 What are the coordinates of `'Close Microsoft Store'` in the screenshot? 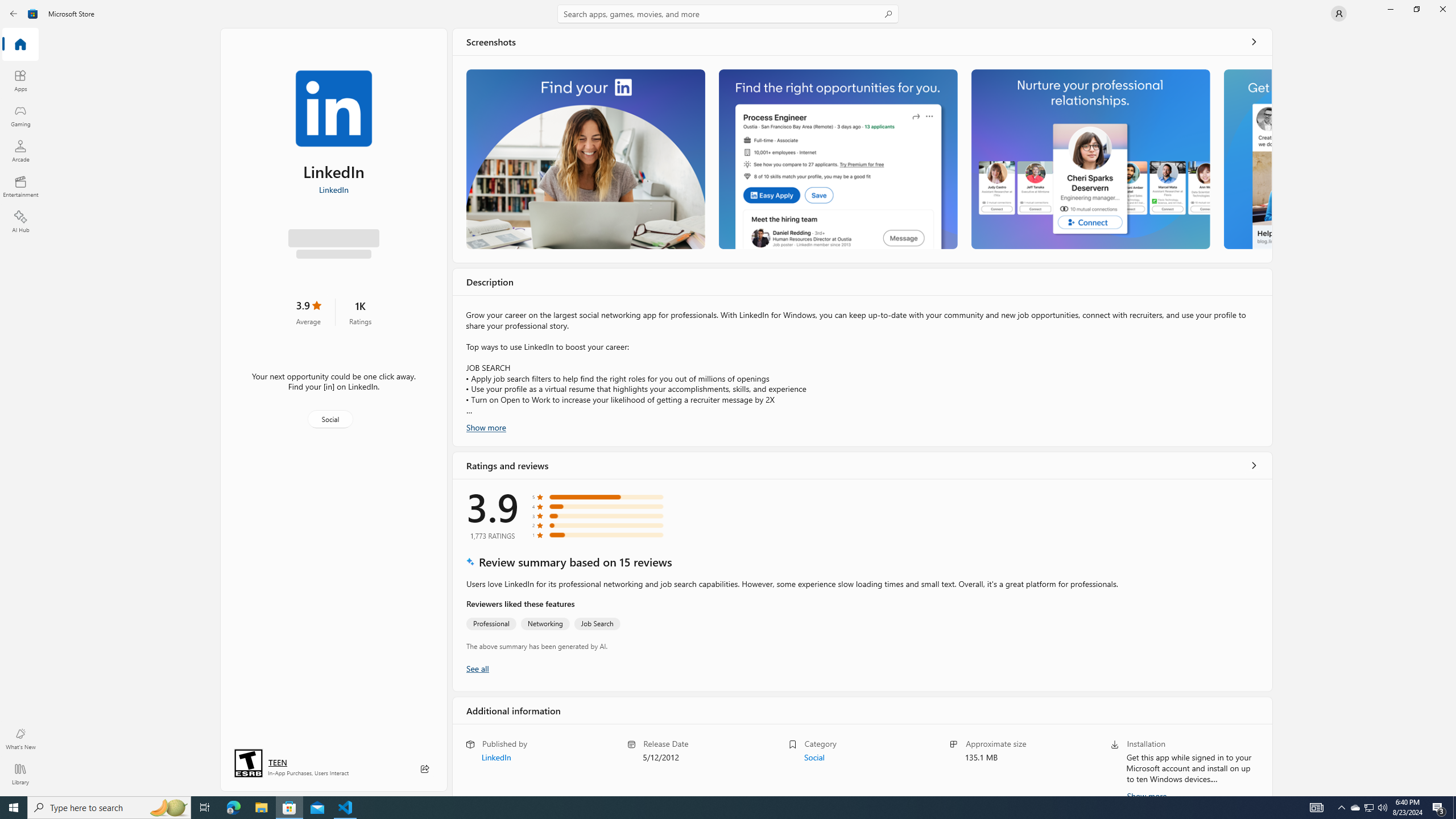 It's located at (1442, 9).